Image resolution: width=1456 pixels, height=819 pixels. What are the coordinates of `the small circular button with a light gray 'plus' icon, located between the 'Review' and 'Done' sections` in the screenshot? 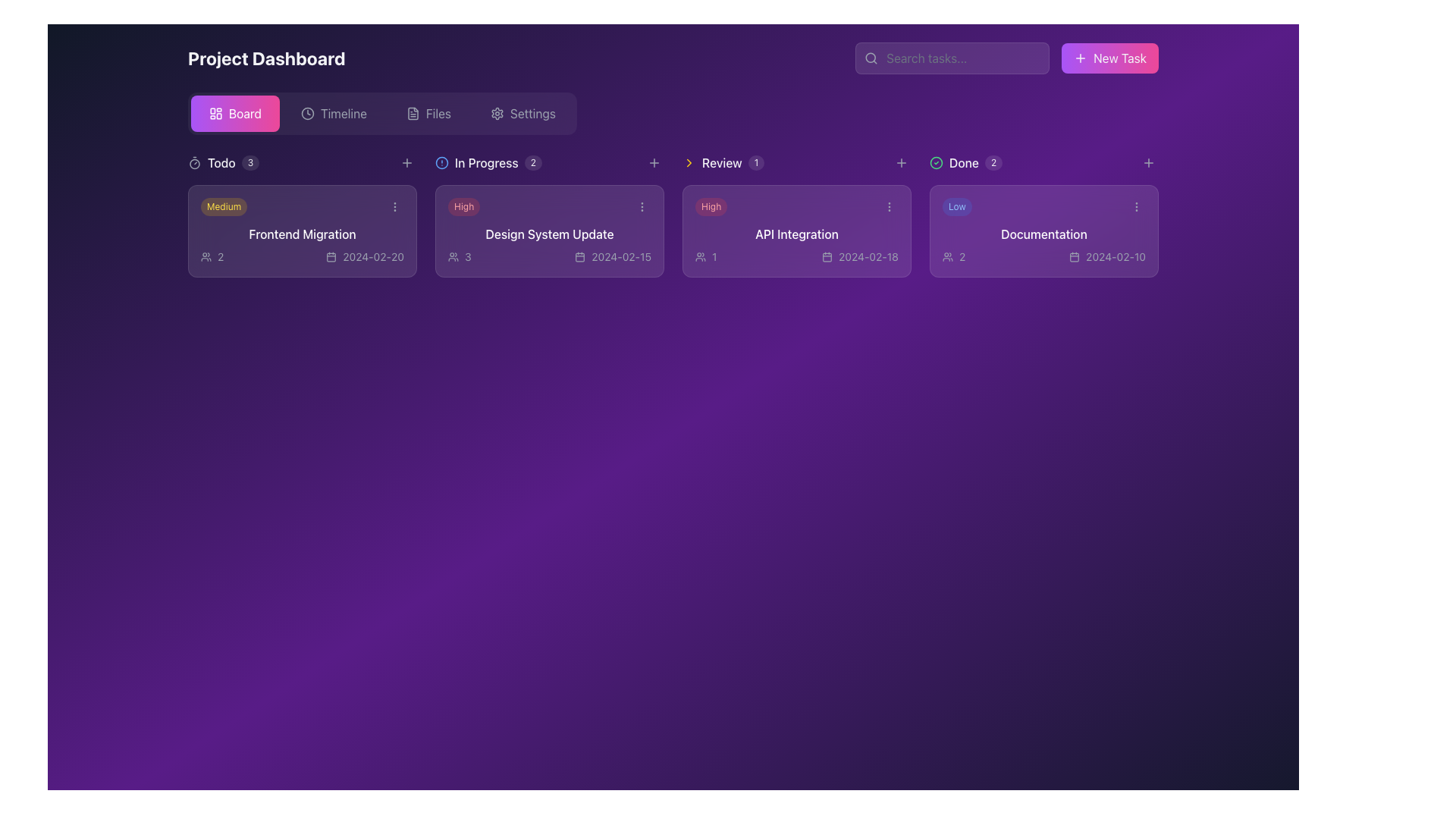 It's located at (902, 163).